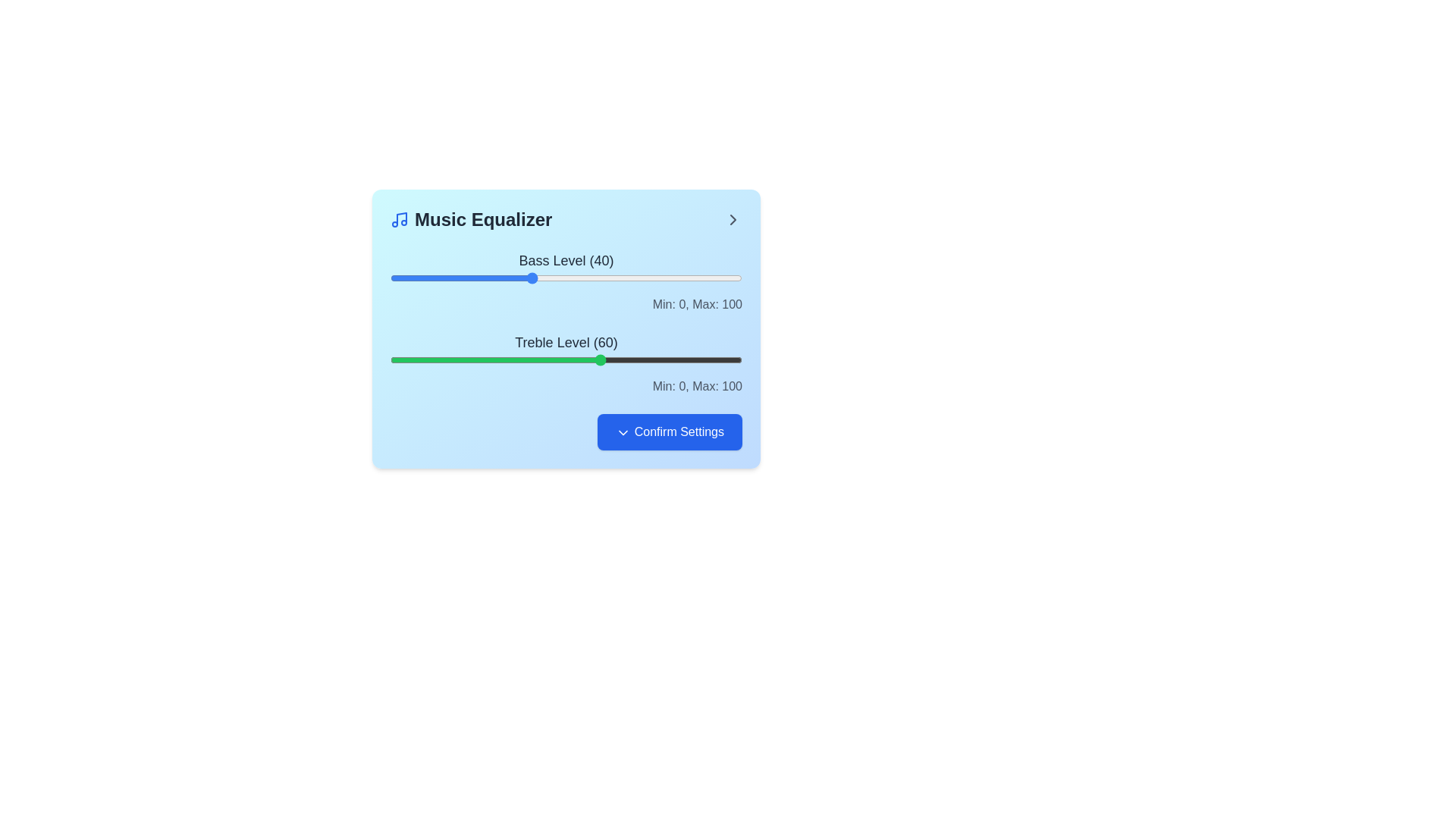  I want to click on the 'Bass Level' label that indicates the current value ('40') and serves as a descriptive label for the bass level slider in the 'Music Equalizer' interface, so click(566, 259).